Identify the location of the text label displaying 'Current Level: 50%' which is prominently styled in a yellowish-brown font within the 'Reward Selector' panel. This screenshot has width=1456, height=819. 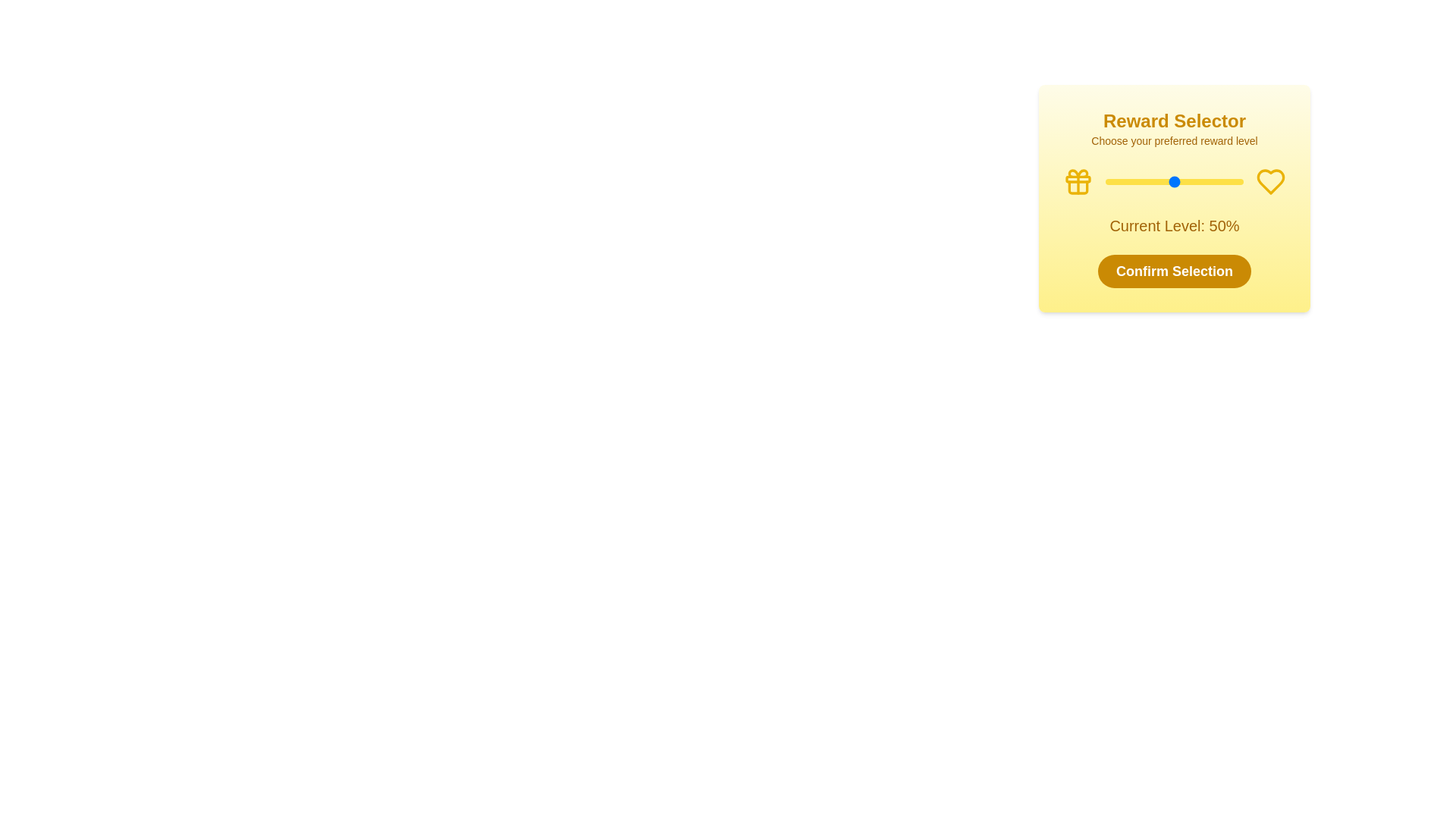
(1174, 225).